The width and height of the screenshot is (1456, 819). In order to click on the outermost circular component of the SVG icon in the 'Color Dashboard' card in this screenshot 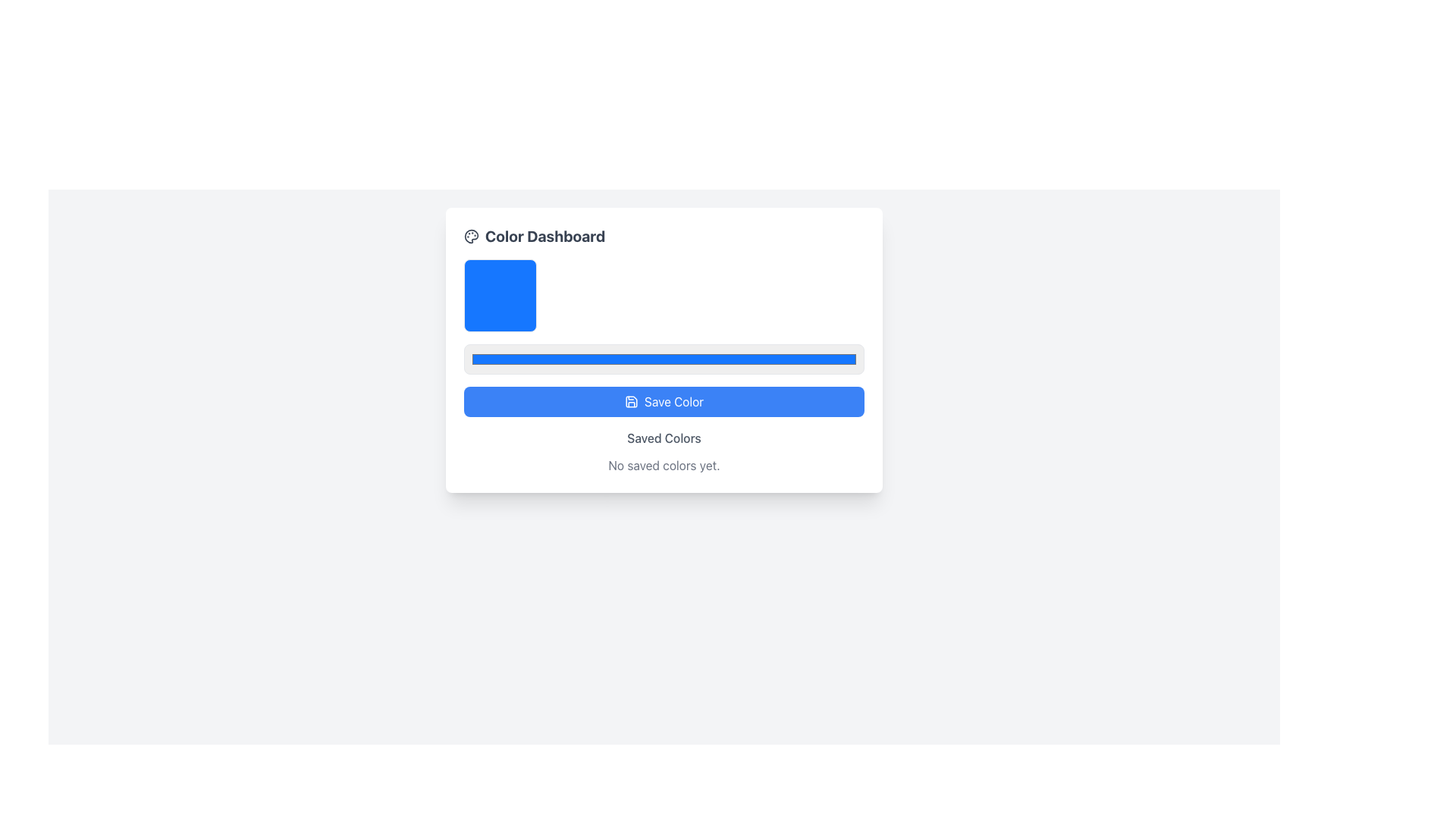, I will do `click(471, 237)`.